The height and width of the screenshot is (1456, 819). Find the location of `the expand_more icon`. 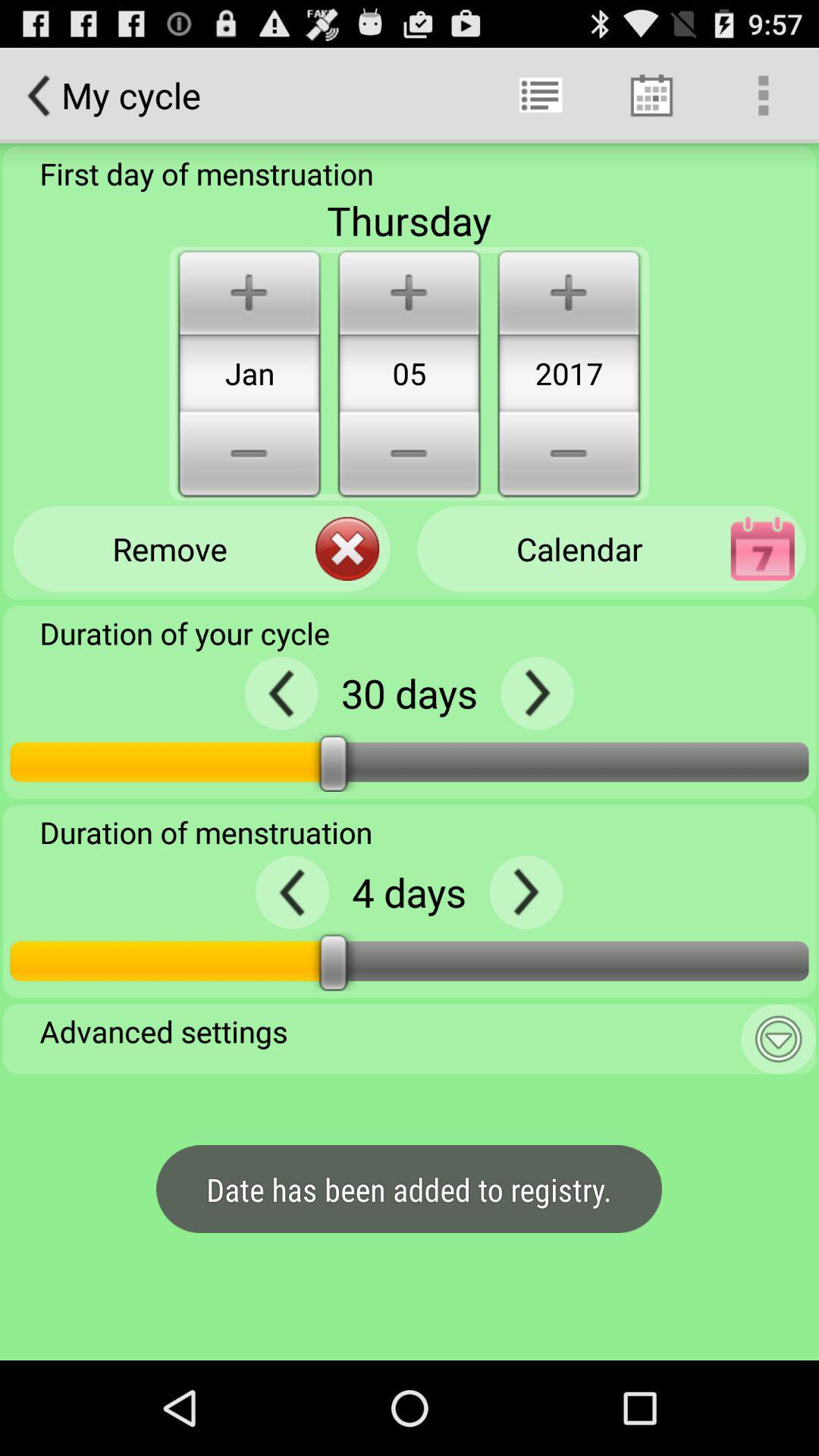

the expand_more icon is located at coordinates (778, 1112).